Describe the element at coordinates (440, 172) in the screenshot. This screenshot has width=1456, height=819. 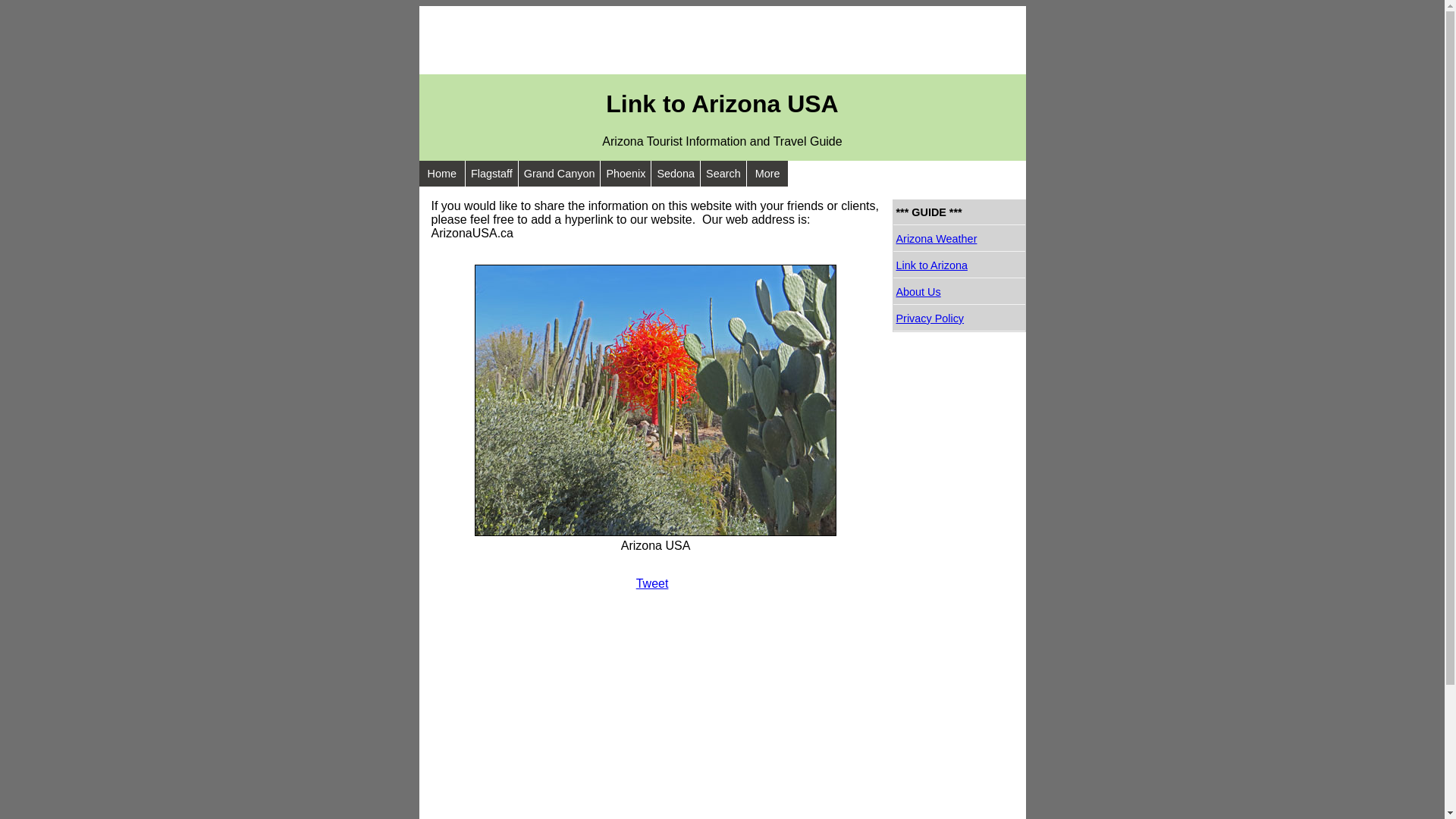
I see `' Home '` at that location.